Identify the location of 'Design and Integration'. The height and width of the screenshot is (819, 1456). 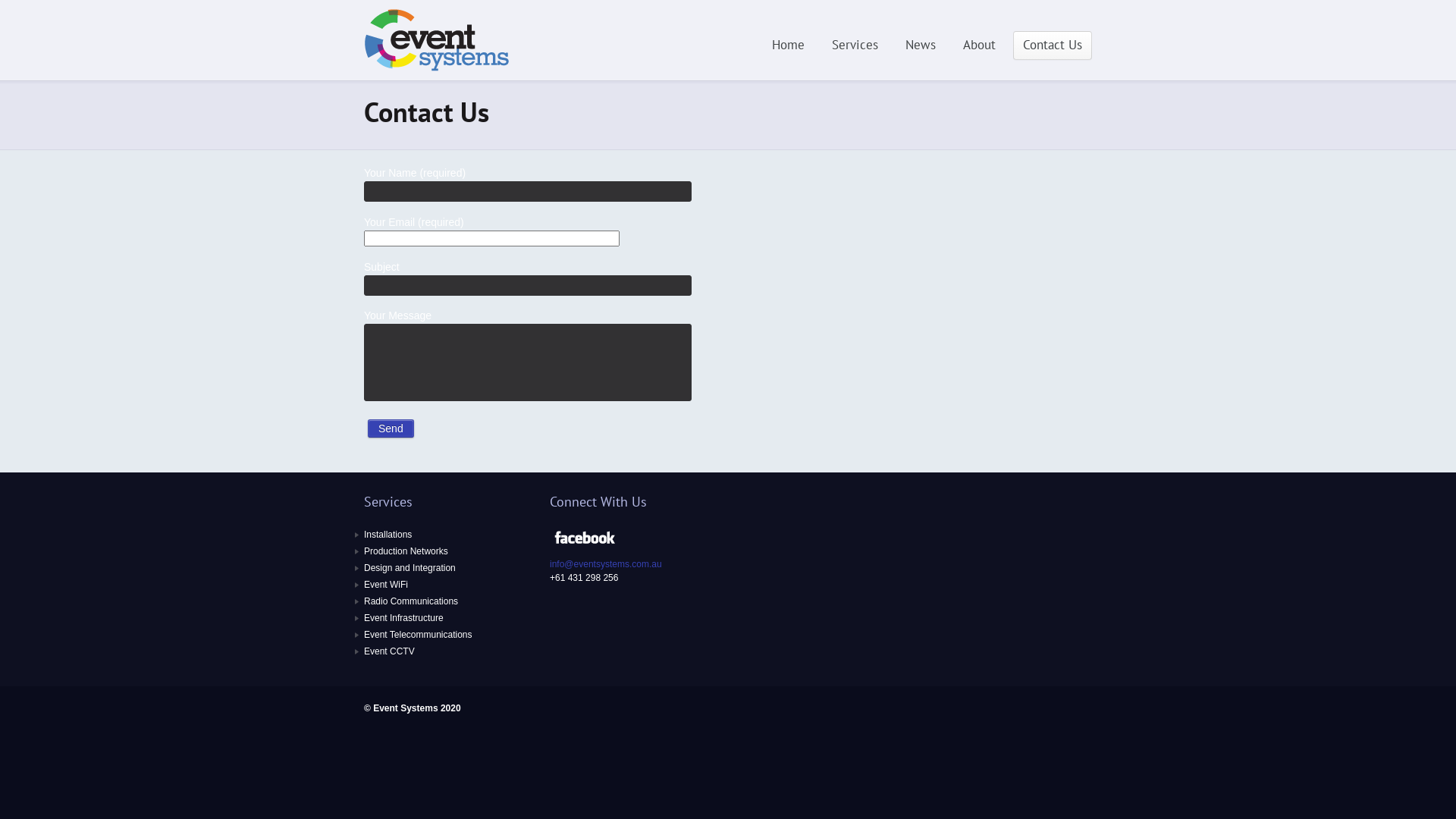
(409, 567).